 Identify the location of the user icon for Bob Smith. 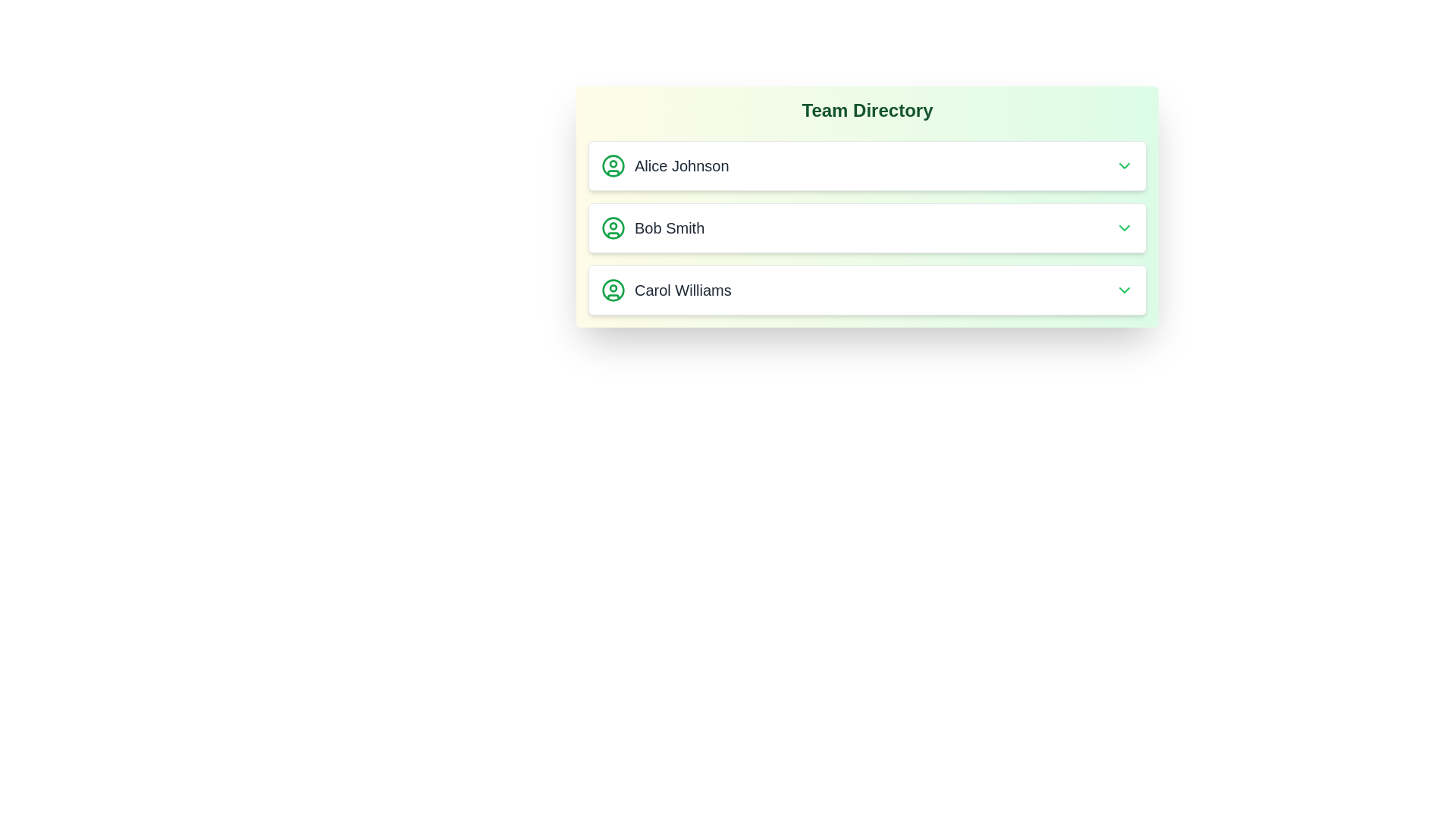
(613, 227).